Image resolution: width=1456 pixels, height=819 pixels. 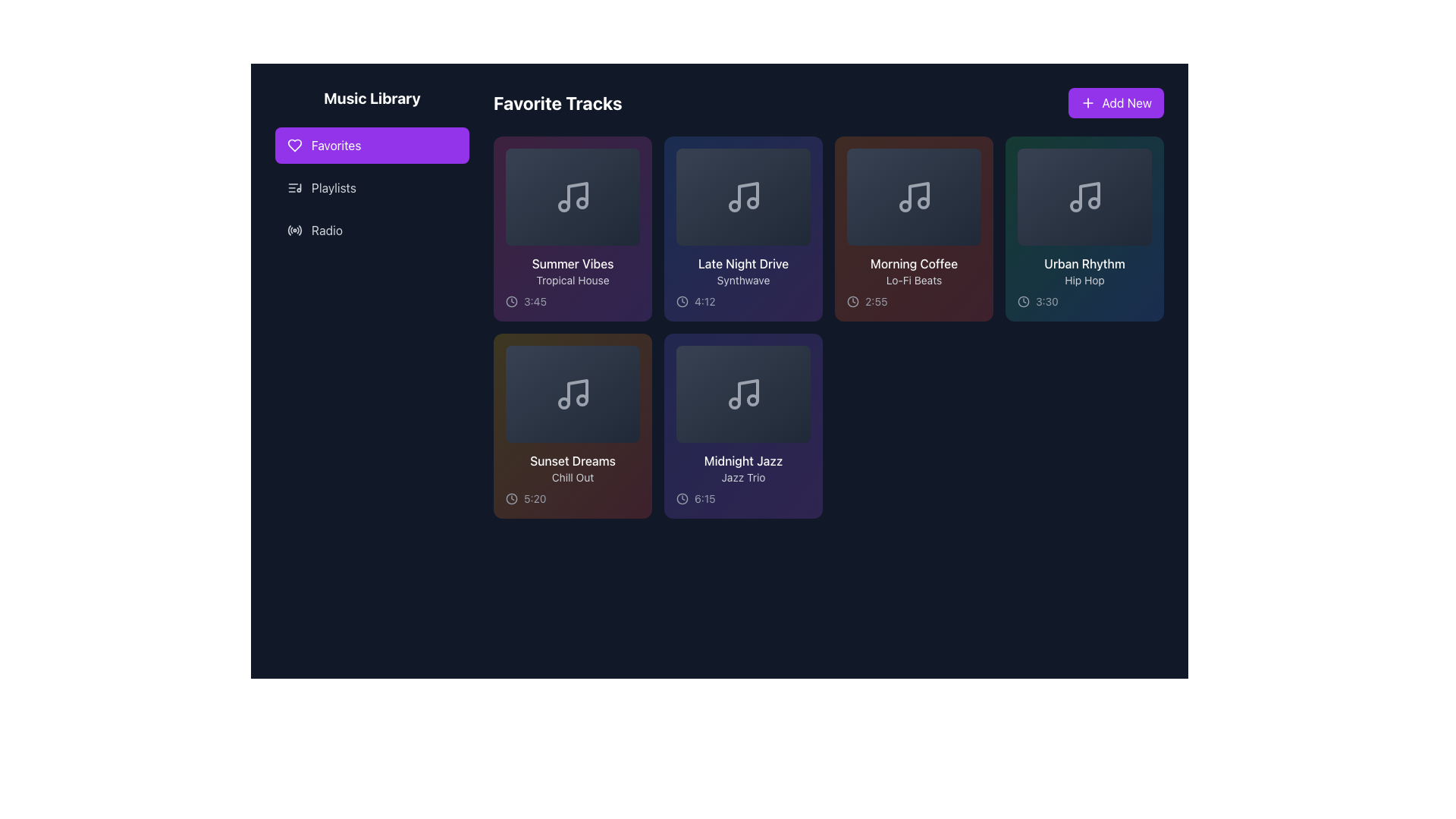 What do you see at coordinates (581, 202) in the screenshot?
I see `the small circular graphic feature within the upper-right section of the music note icon` at bounding box center [581, 202].